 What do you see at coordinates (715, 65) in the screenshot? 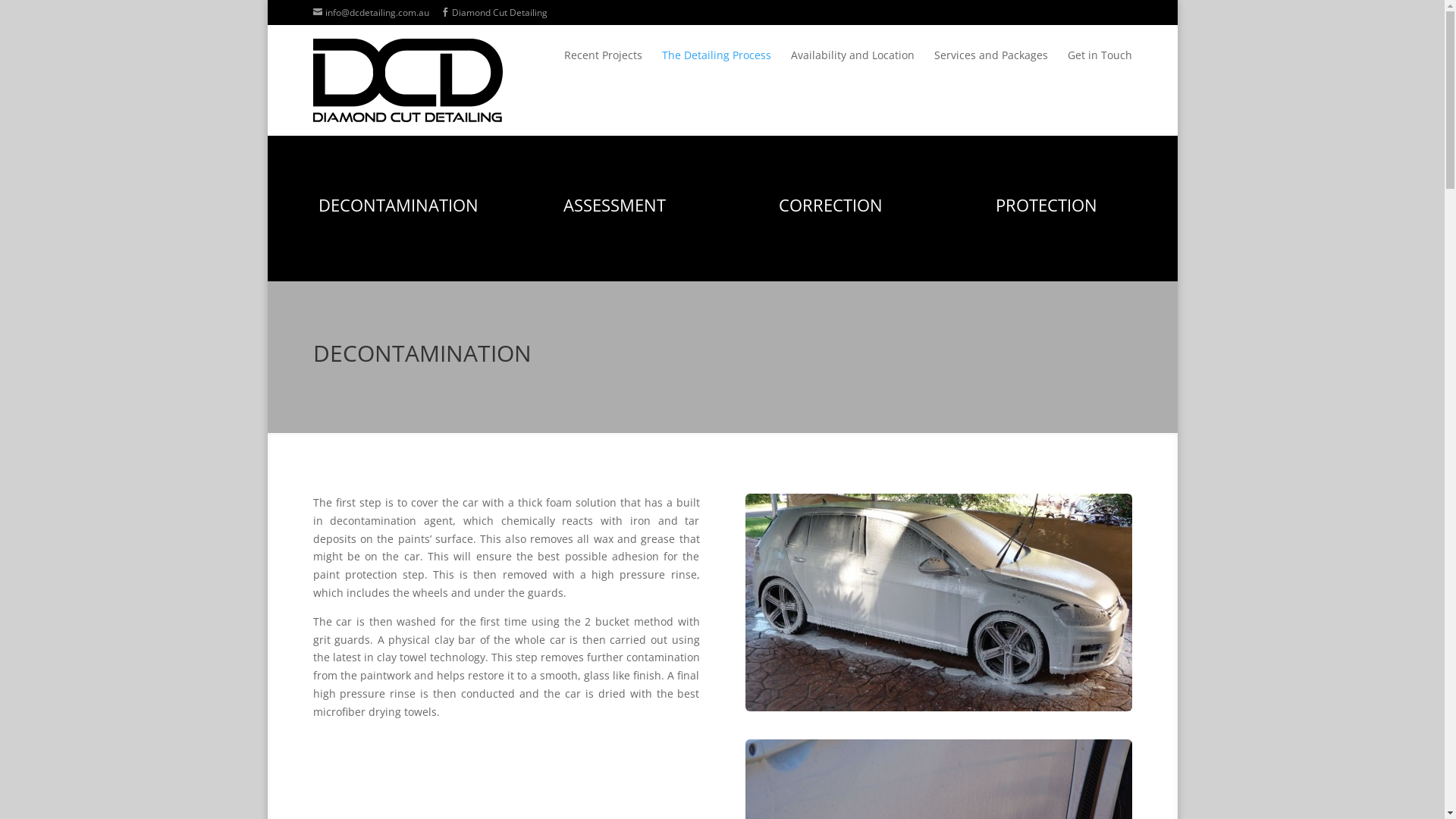
I see `'The Detailing Process'` at bounding box center [715, 65].